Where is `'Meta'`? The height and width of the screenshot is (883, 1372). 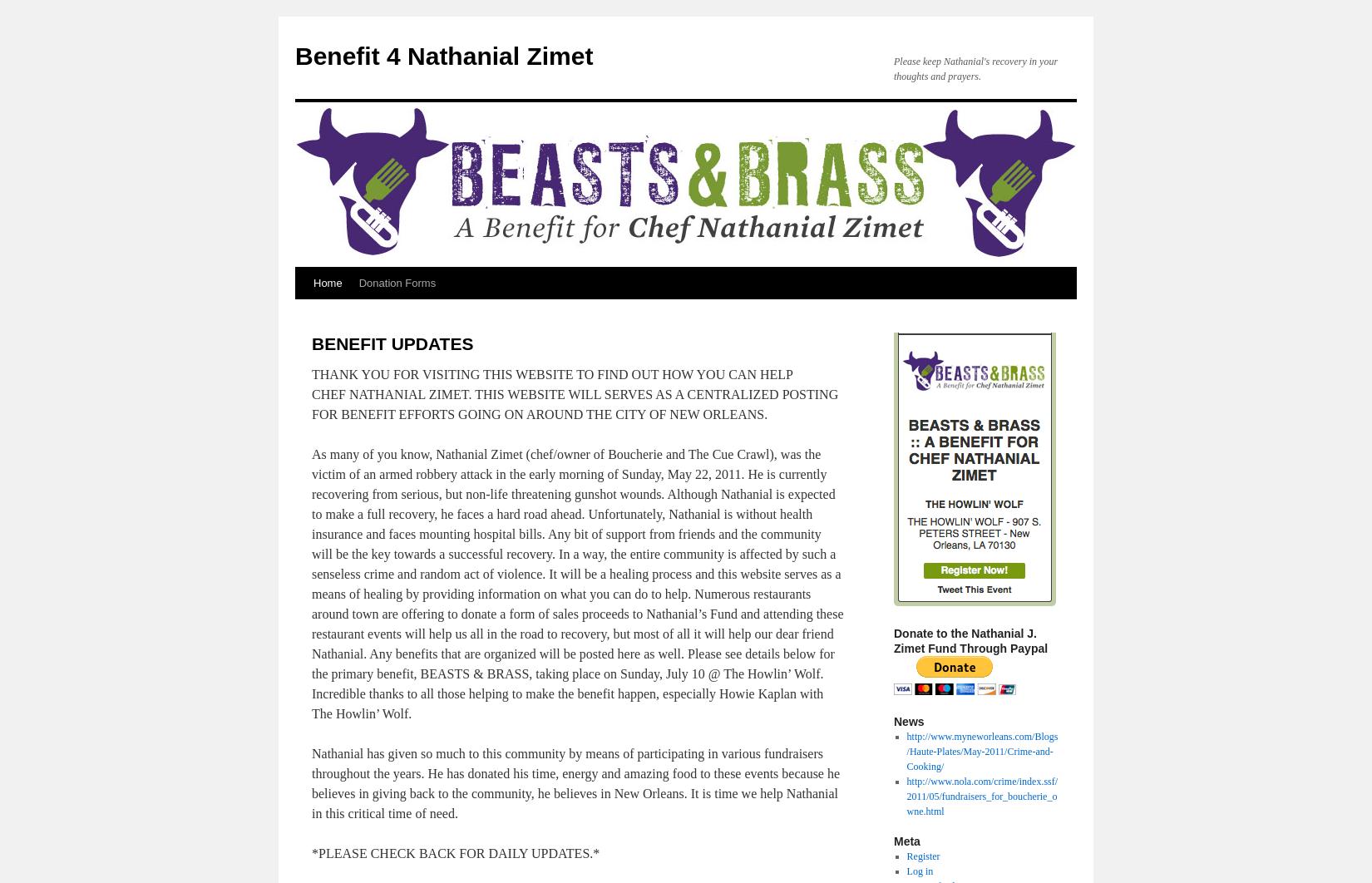
'Meta' is located at coordinates (906, 840).